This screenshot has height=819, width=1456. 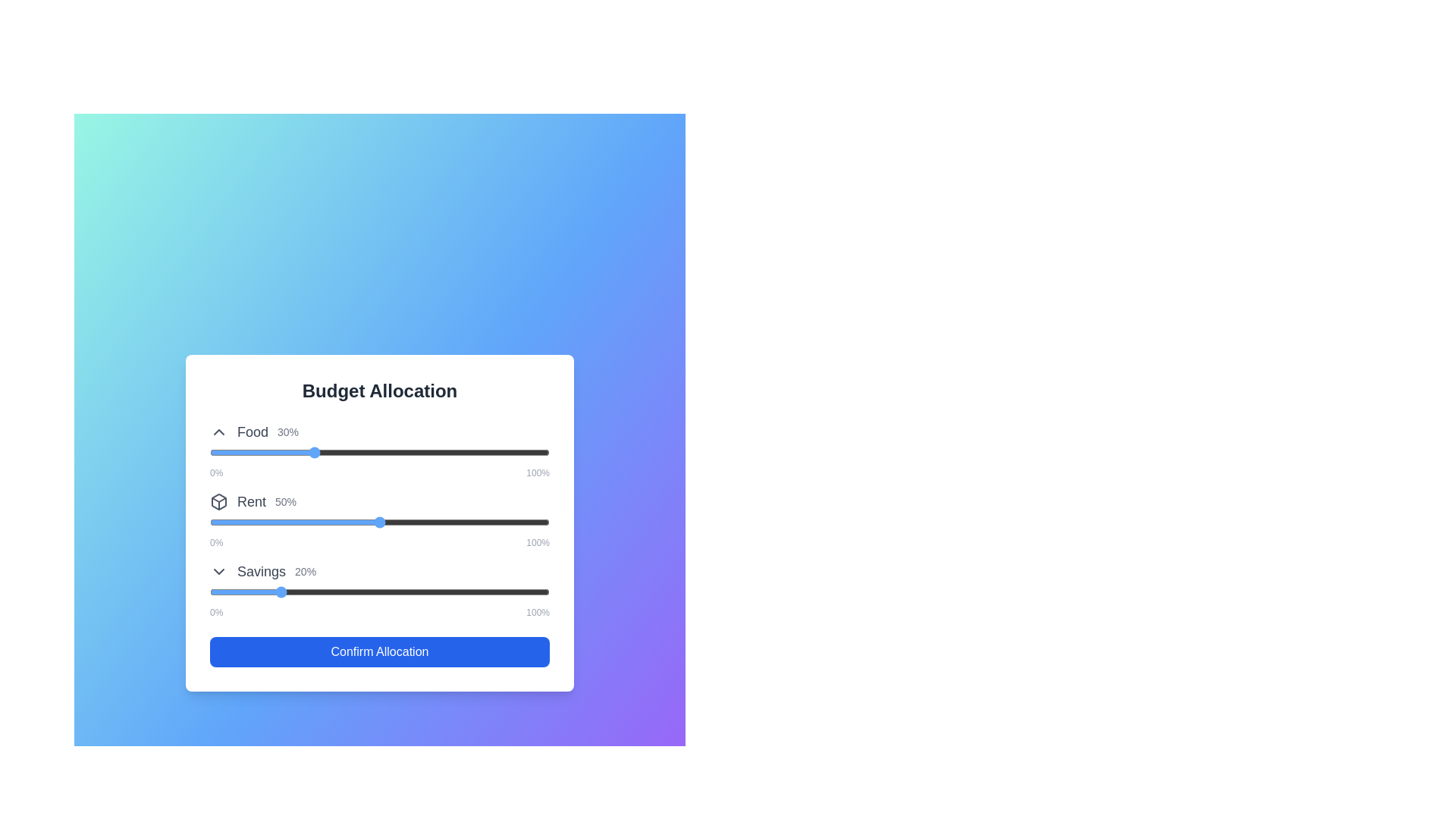 What do you see at coordinates (218, 432) in the screenshot?
I see `the icon representing the Food category` at bounding box center [218, 432].